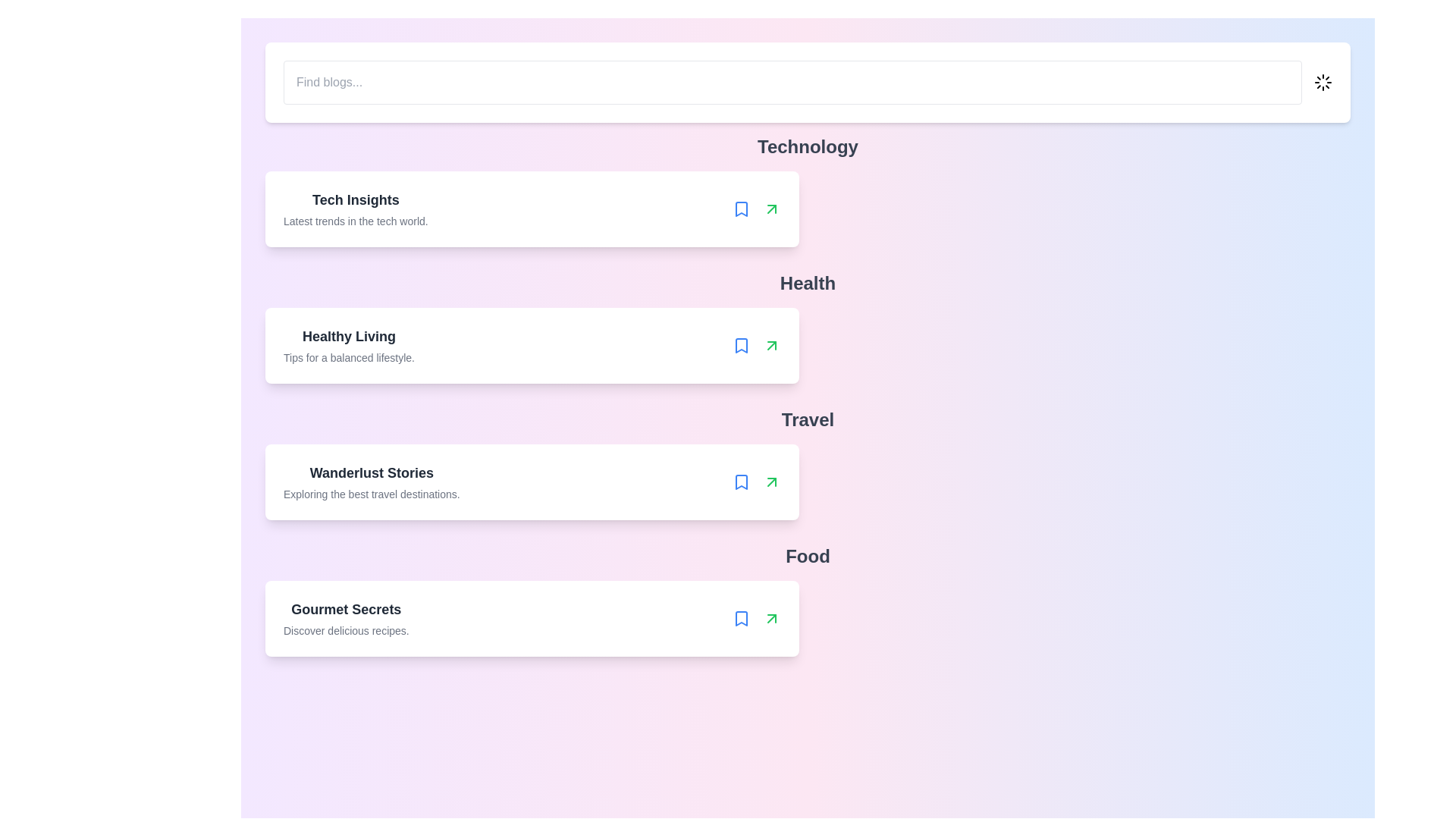  Describe the element at coordinates (741, 345) in the screenshot. I see `the bookmark icon located on the right-hand side of the 'Healthy Living' section to bookmark content` at that location.